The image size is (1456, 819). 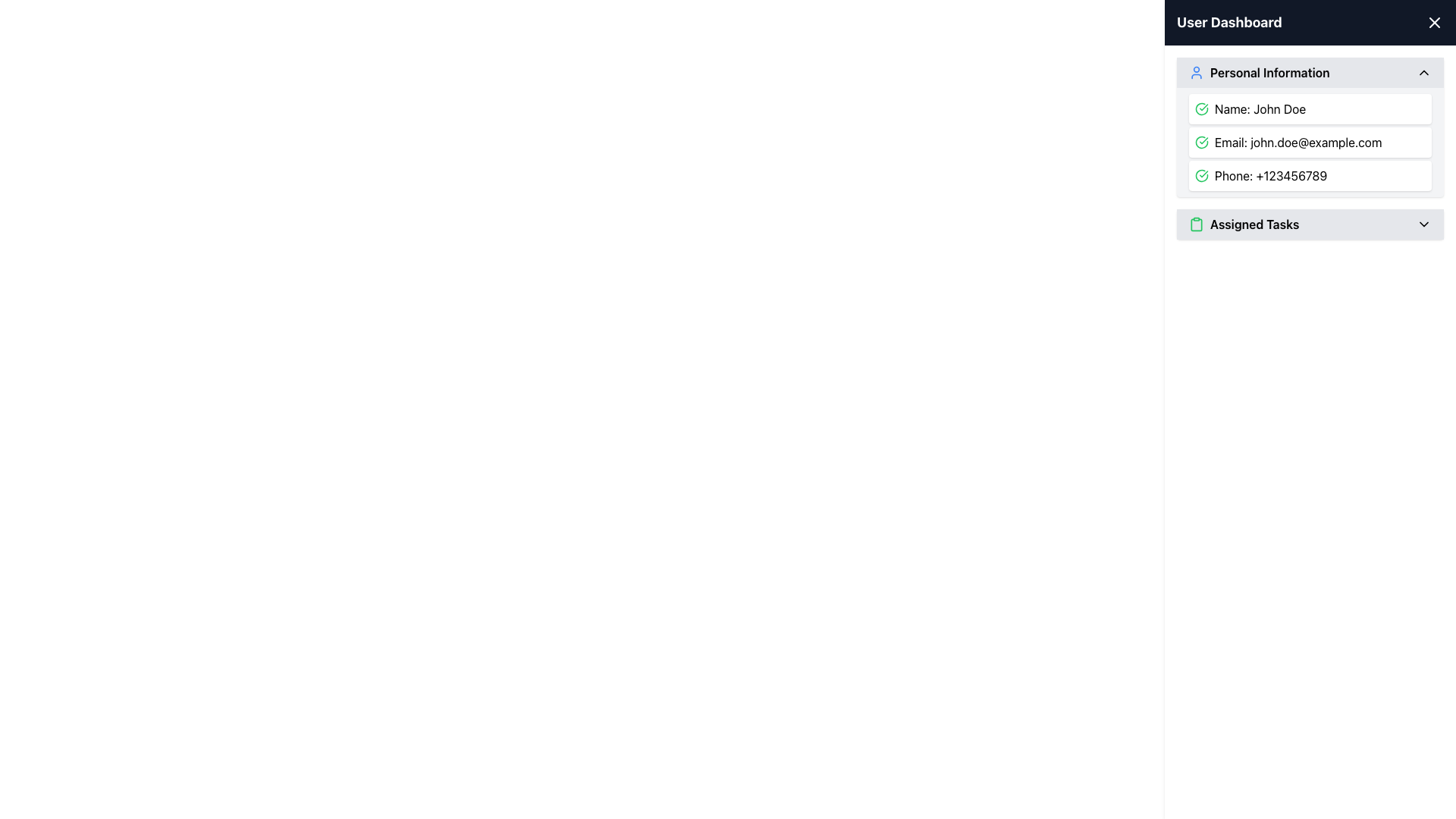 What do you see at coordinates (1196, 73) in the screenshot?
I see `the user icon, which is represented by a circular avatar outline in blue color and is positioned left of the 'Personal Information' label` at bounding box center [1196, 73].